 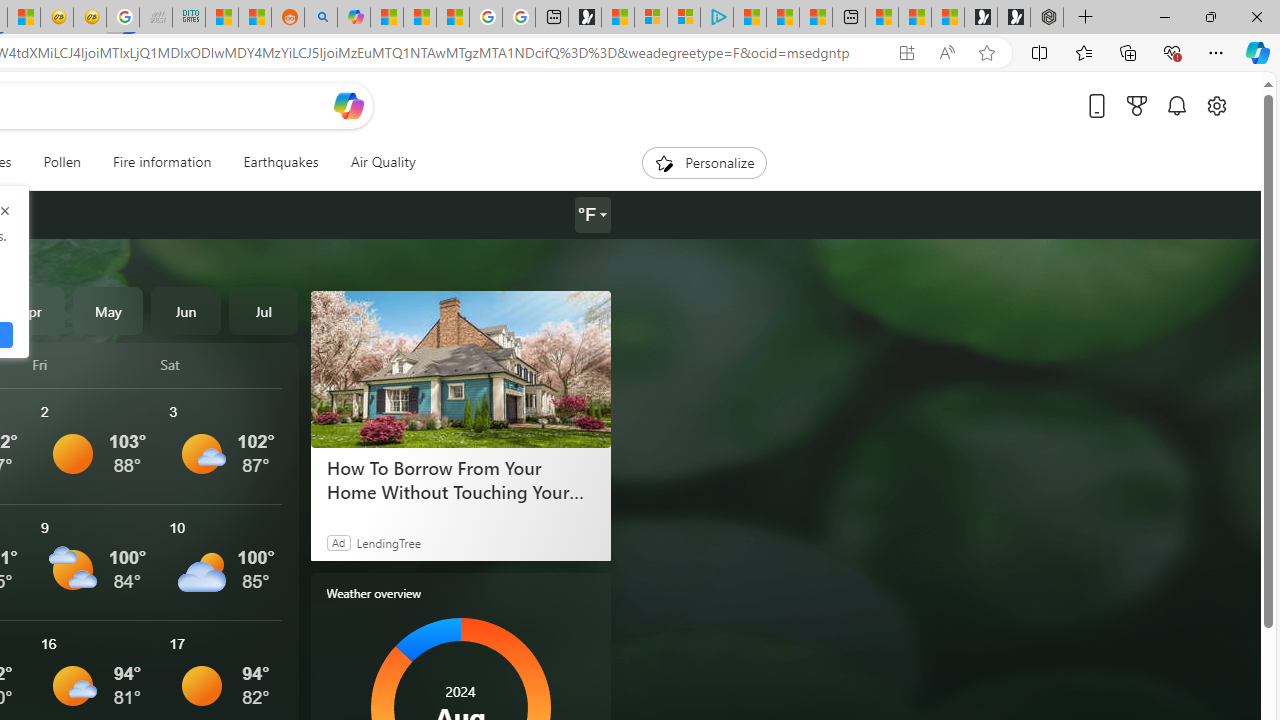 What do you see at coordinates (1137, 105) in the screenshot?
I see `'Microsoft rewards'` at bounding box center [1137, 105].